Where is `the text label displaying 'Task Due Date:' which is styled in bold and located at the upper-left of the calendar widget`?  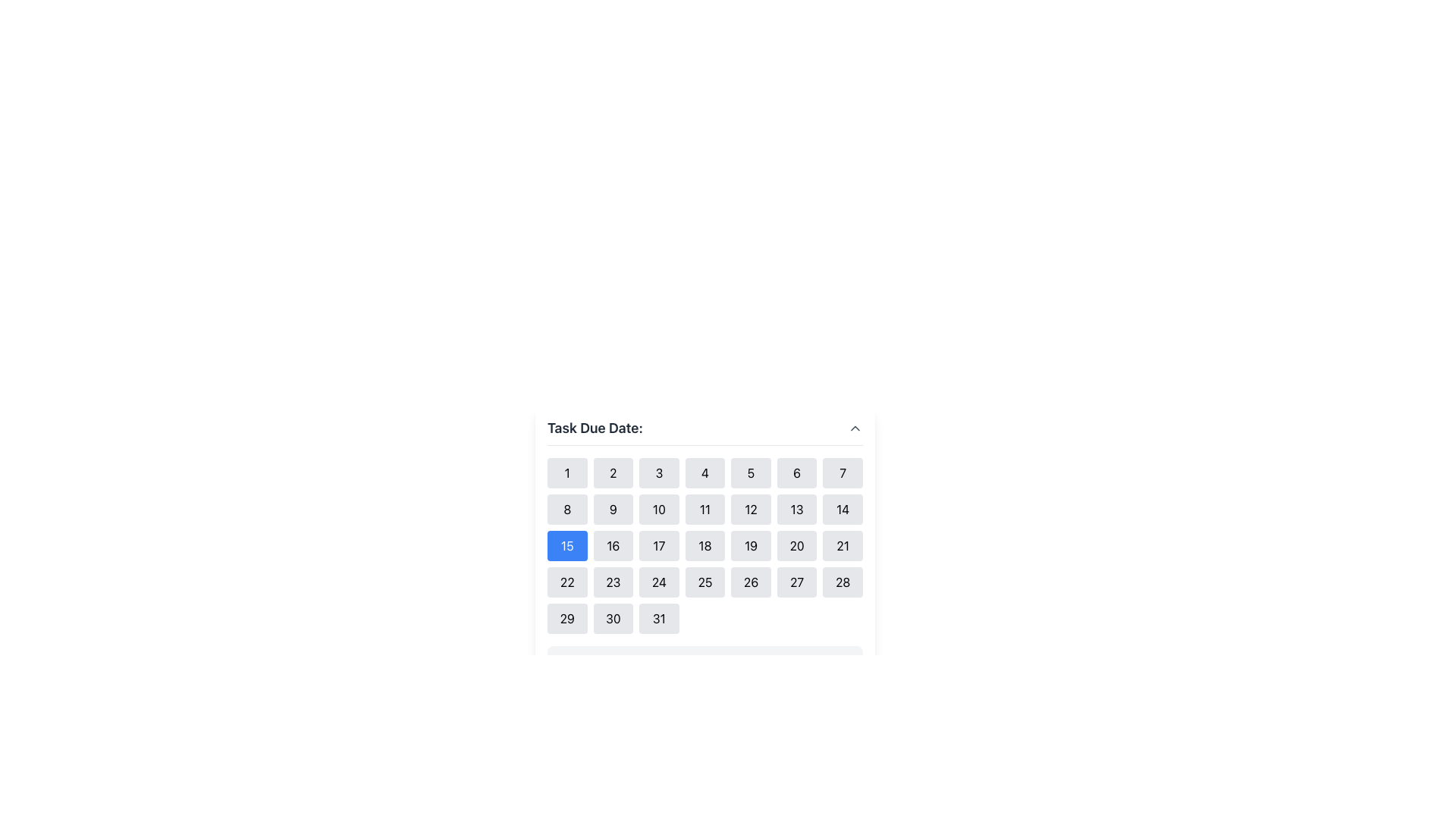
the text label displaying 'Task Due Date:' which is styled in bold and located at the upper-left of the calendar widget is located at coordinates (594, 428).